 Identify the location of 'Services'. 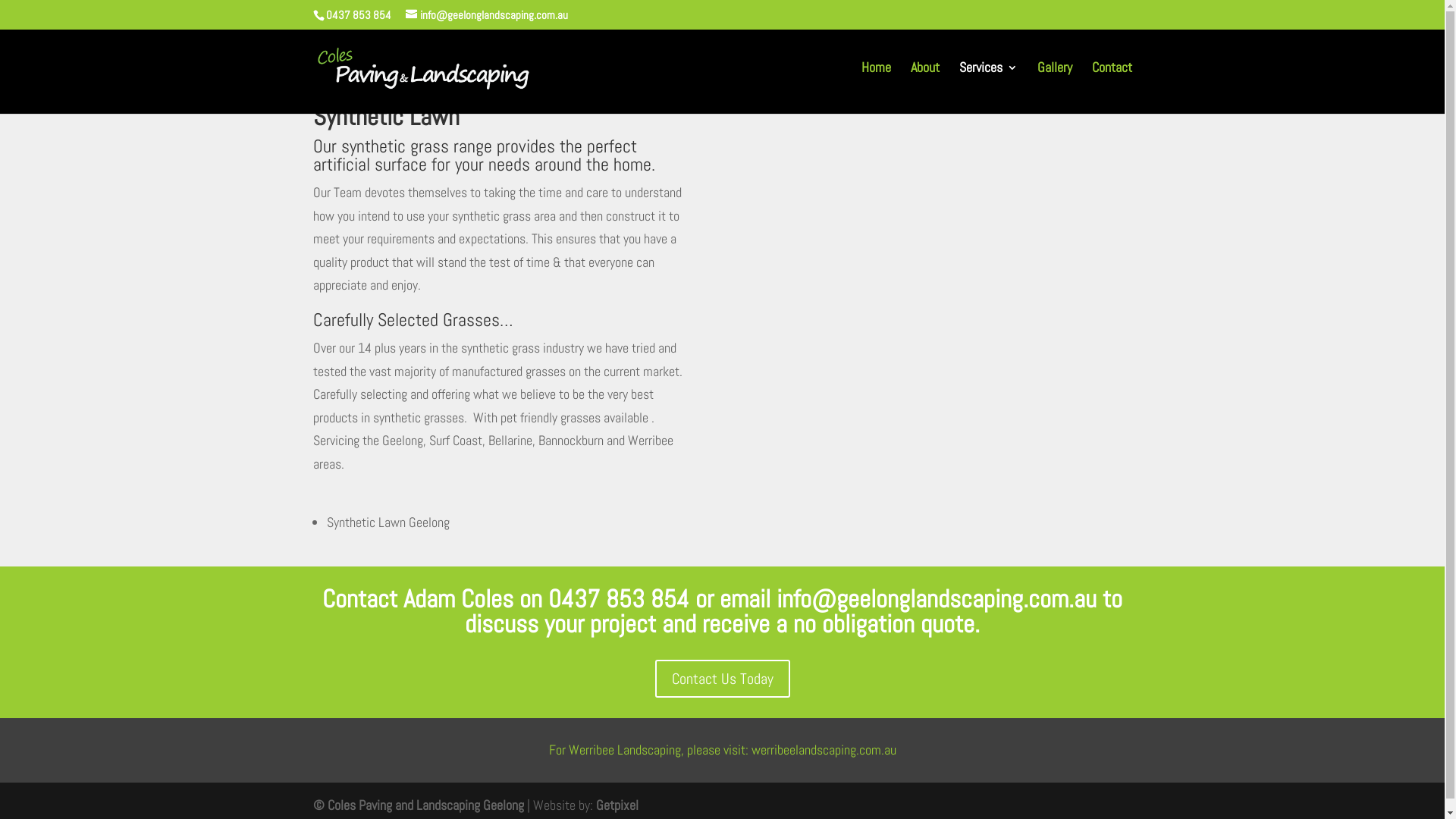
(987, 79).